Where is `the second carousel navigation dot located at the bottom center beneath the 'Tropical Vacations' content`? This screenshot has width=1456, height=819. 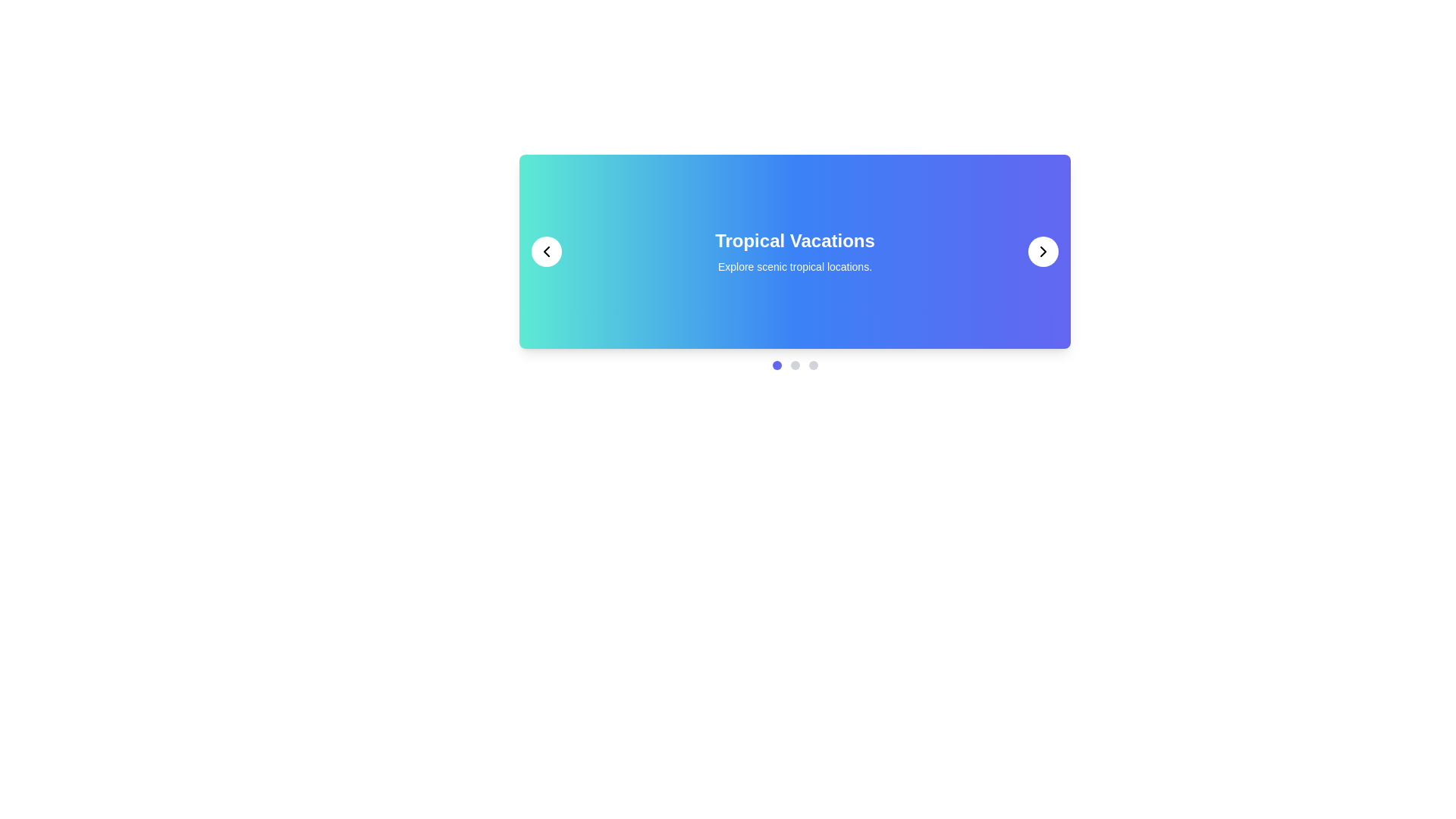 the second carousel navigation dot located at the bottom center beneath the 'Tropical Vacations' content is located at coordinates (794, 366).